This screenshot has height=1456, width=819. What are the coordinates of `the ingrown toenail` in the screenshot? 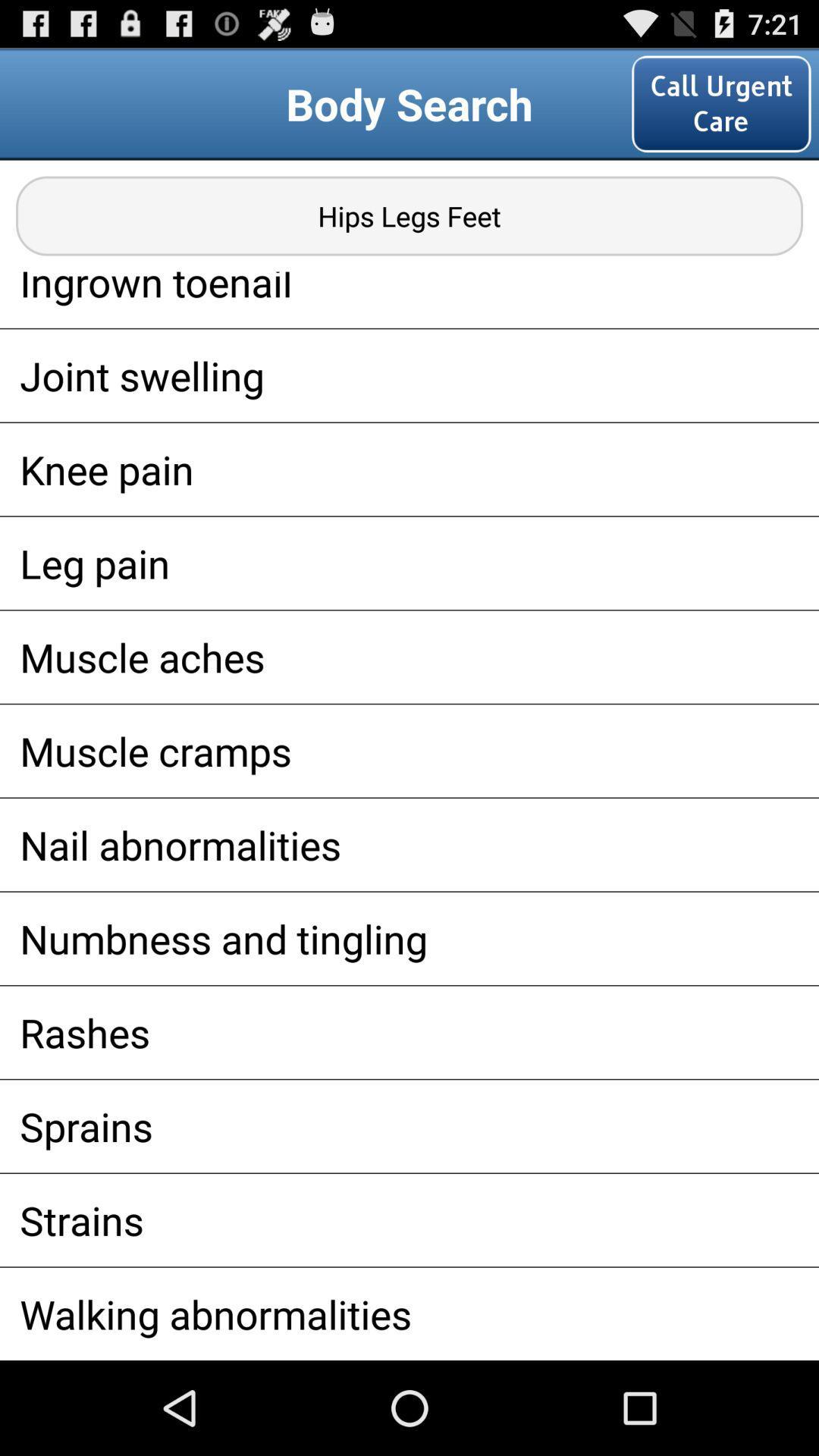 It's located at (409, 300).